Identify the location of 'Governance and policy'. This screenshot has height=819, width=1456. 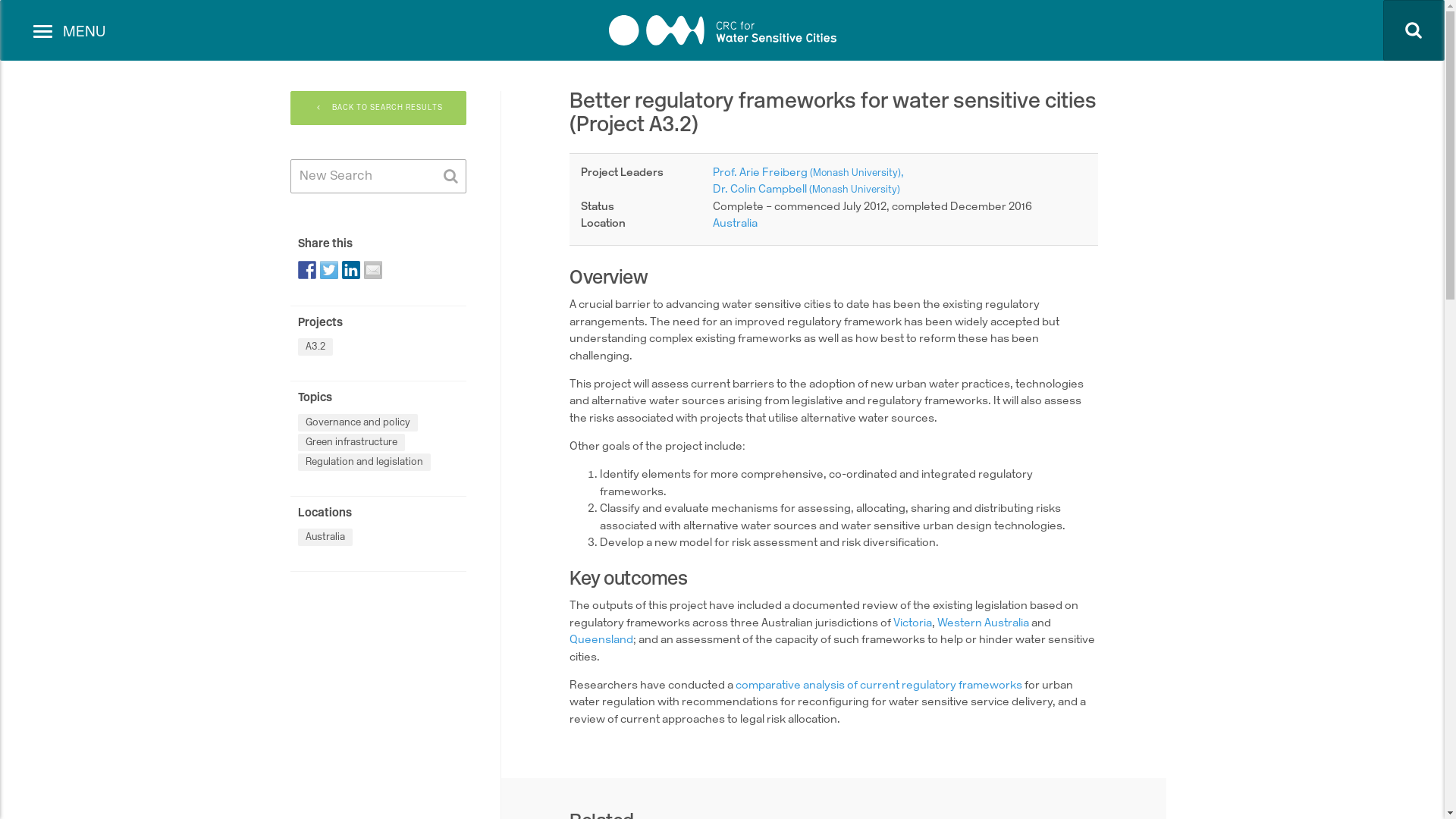
(356, 422).